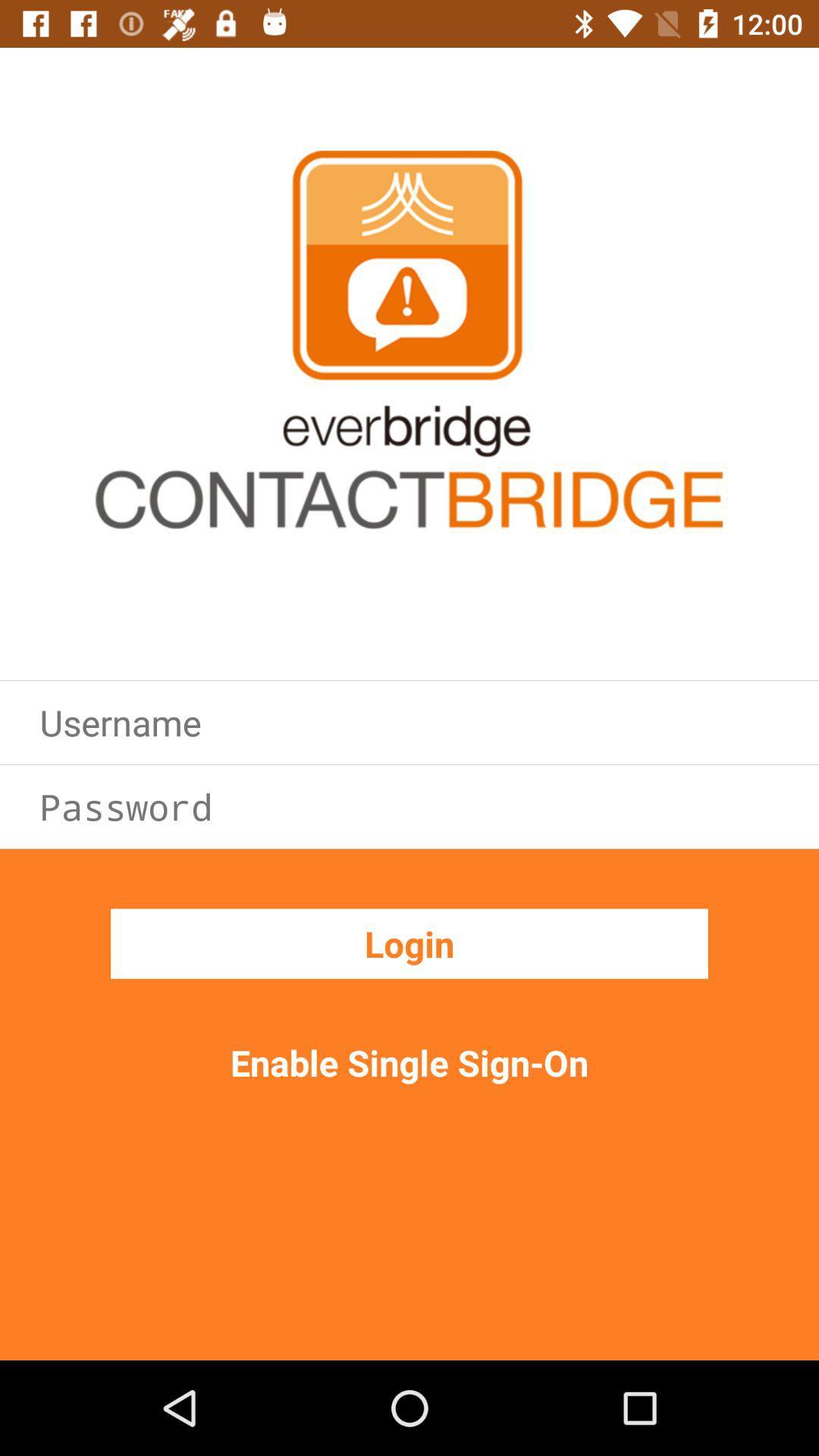  Describe the element at coordinates (409, 943) in the screenshot. I see `the login` at that location.